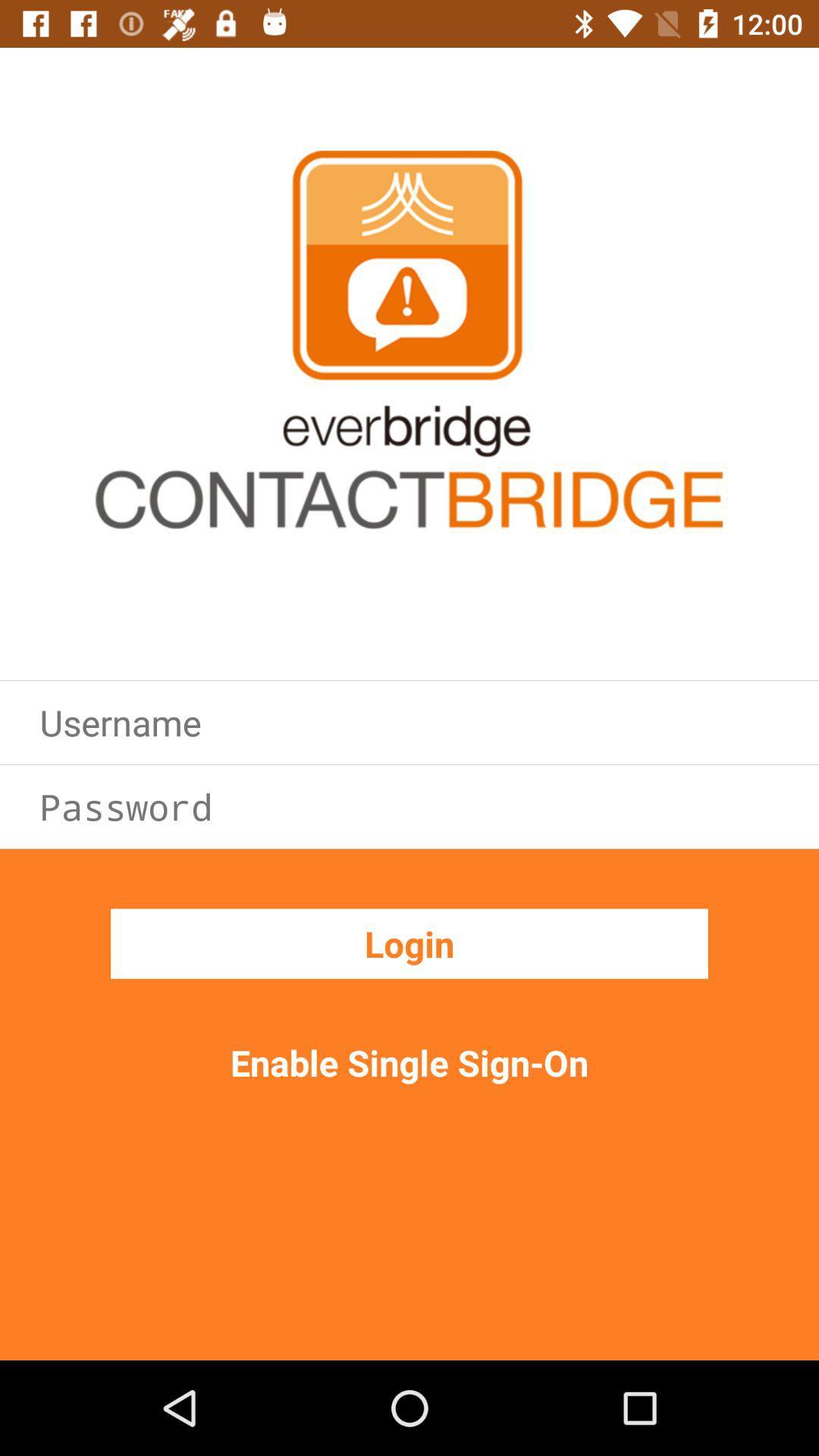  Describe the element at coordinates (409, 943) in the screenshot. I see `the login` at that location.